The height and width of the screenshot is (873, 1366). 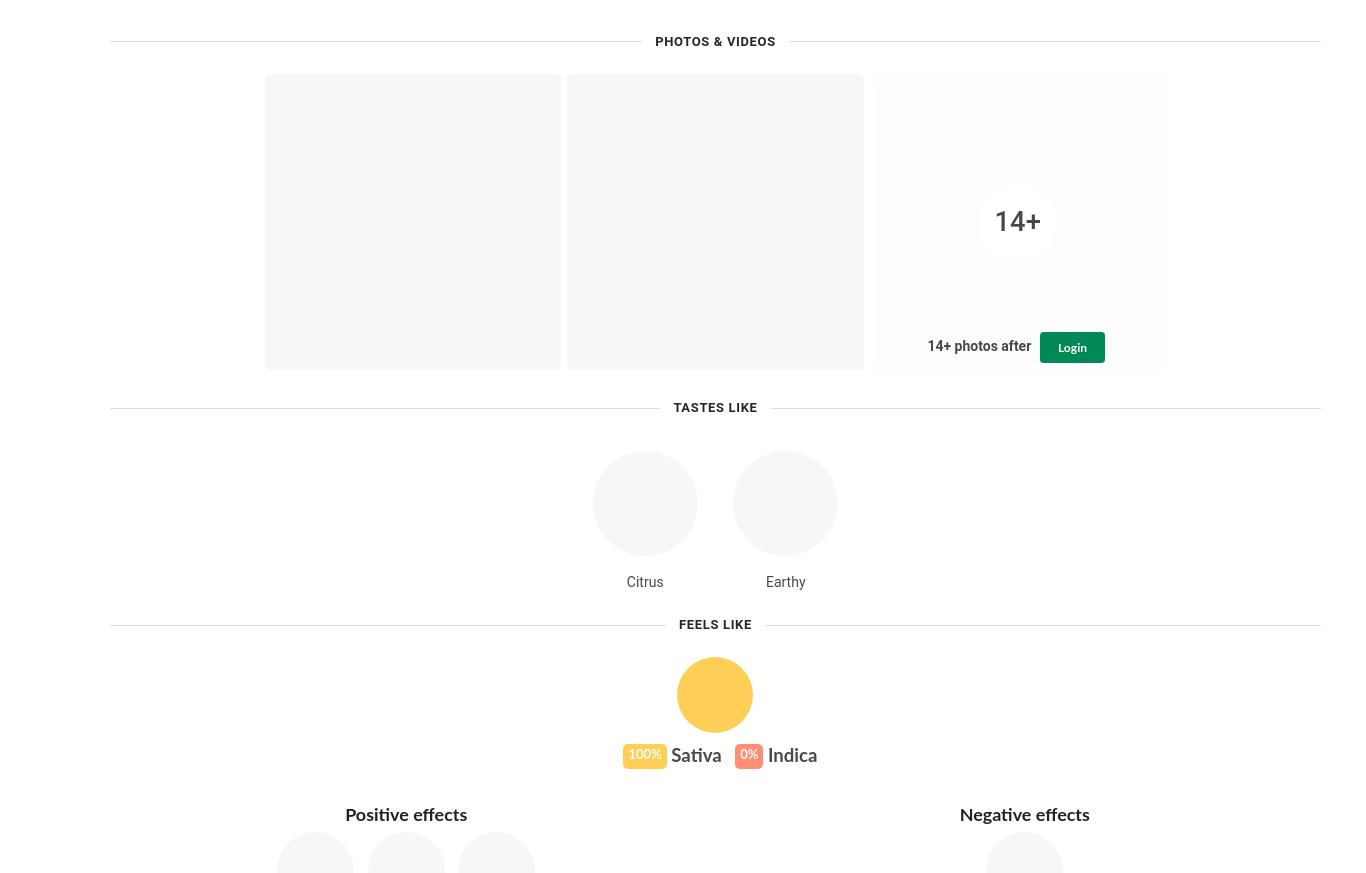 I want to click on 'Earthy', so click(x=785, y=581).